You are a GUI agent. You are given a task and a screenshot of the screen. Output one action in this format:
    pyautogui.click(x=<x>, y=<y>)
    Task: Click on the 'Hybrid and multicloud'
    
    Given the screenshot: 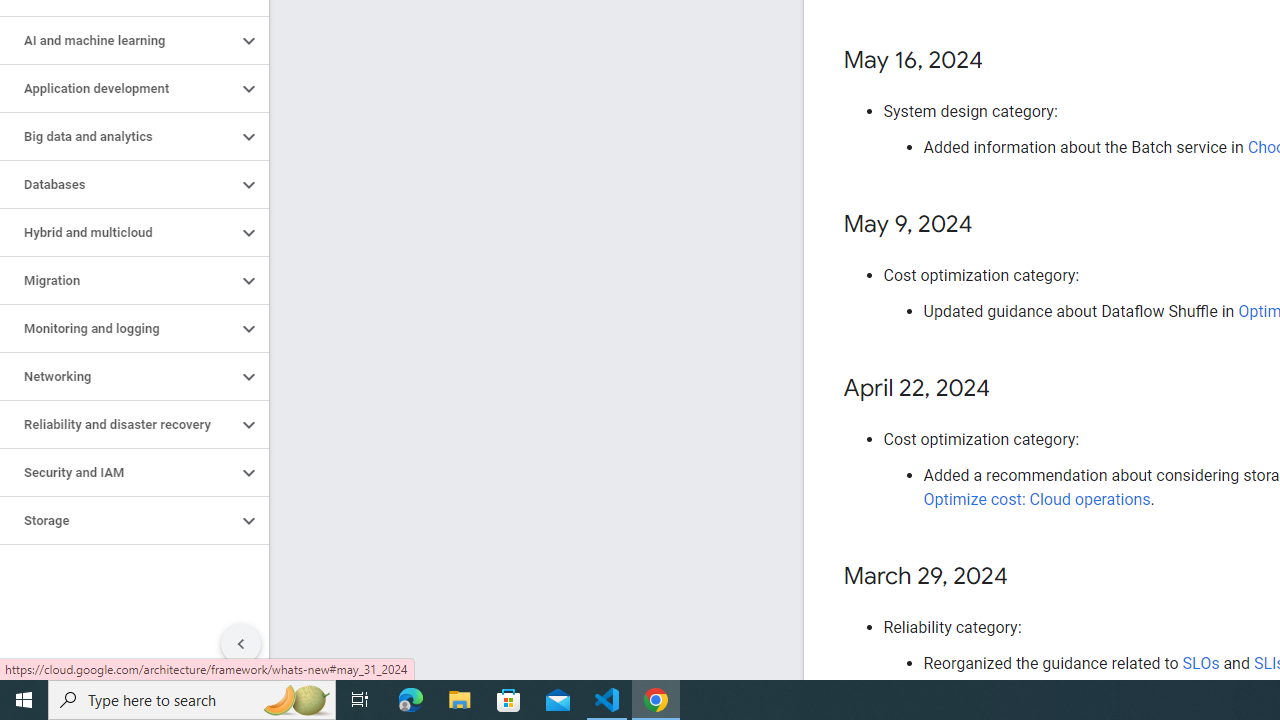 What is the action you would take?
    pyautogui.click(x=117, y=231)
    